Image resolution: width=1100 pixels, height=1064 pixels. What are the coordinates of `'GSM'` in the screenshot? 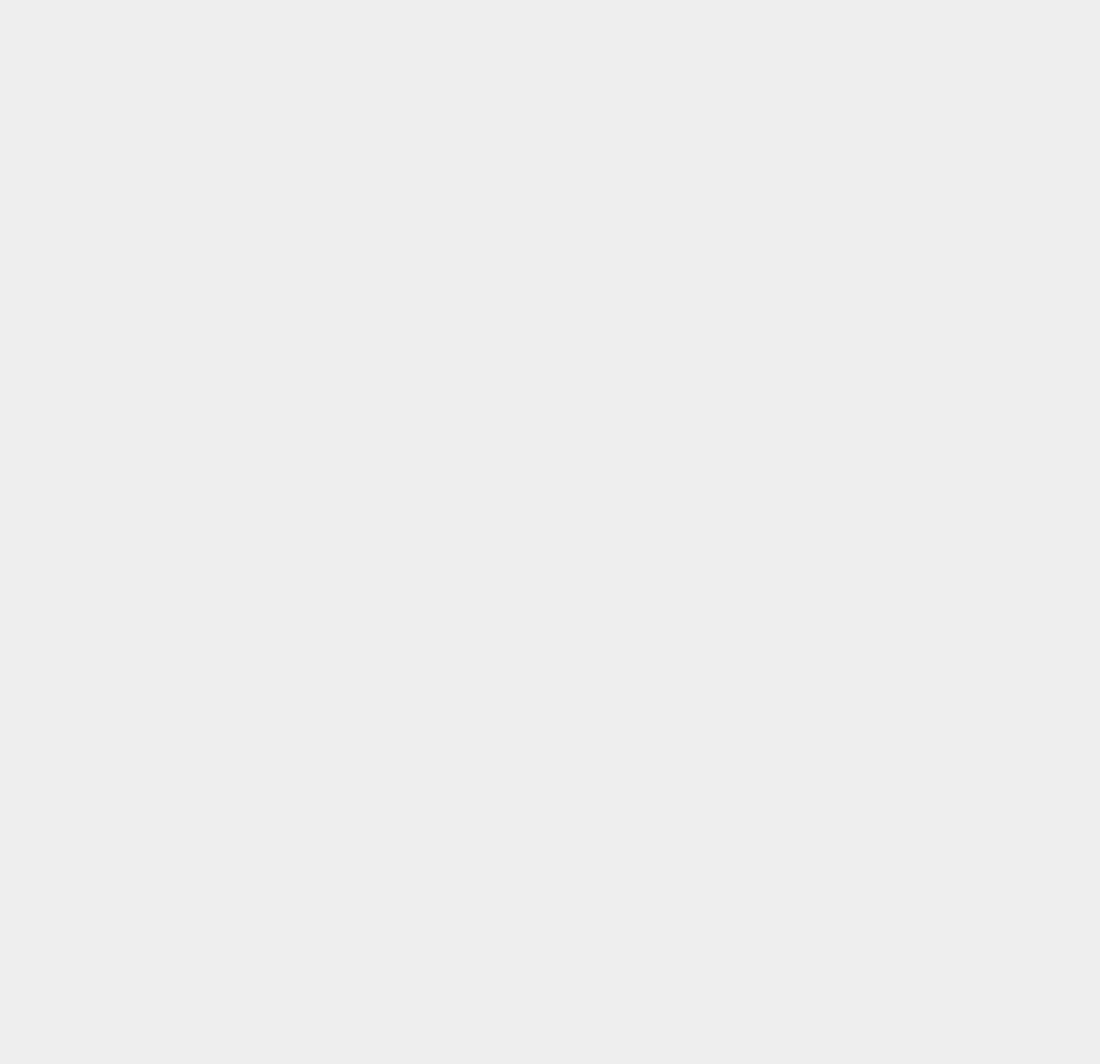 It's located at (792, 565).